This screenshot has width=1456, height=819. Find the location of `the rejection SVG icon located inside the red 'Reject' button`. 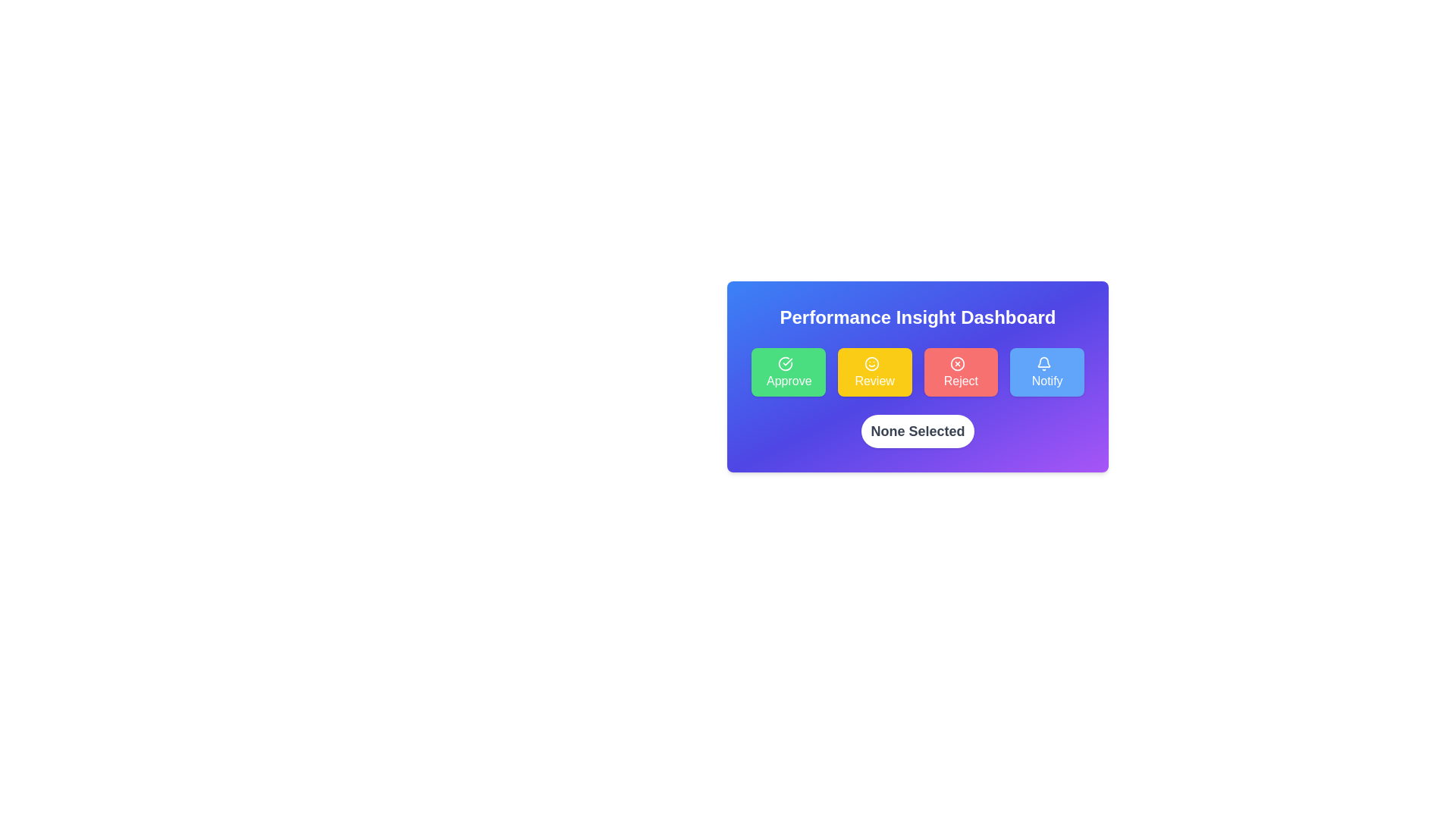

the rejection SVG icon located inside the red 'Reject' button is located at coordinates (957, 363).